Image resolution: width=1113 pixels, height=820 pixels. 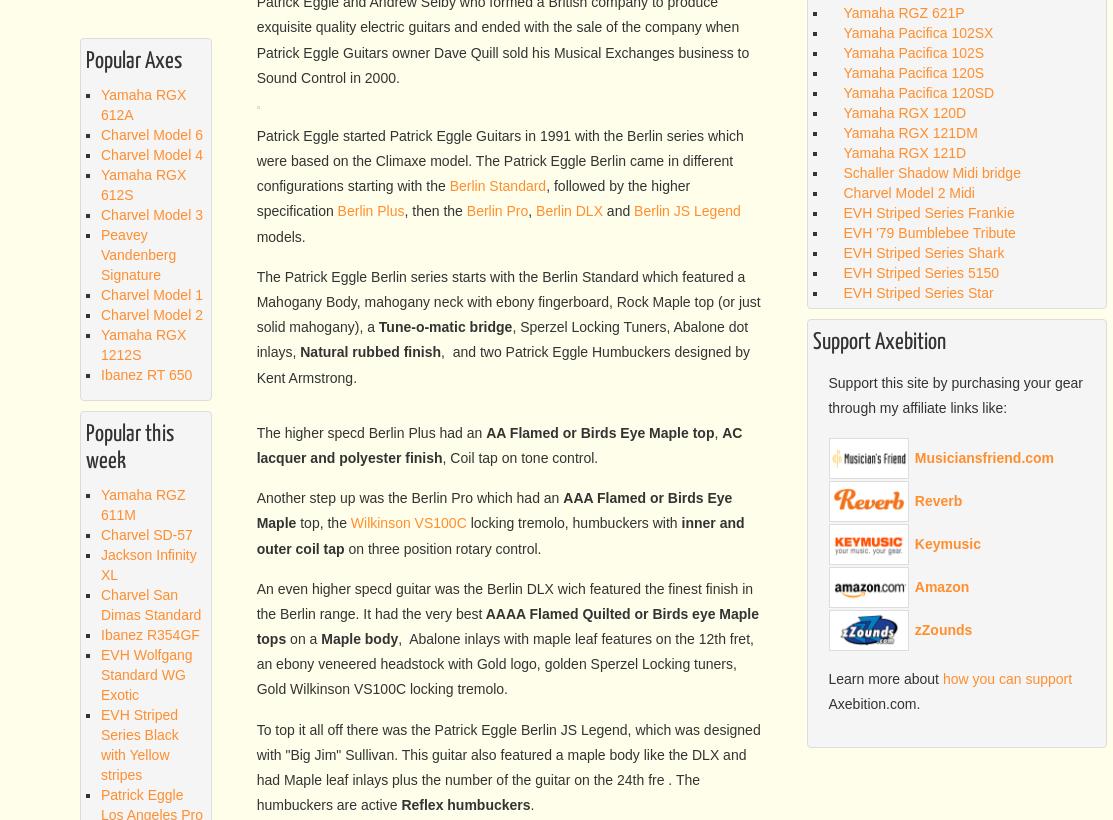 What do you see at coordinates (147, 562) in the screenshot?
I see `'Jackson Infinity XL'` at bounding box center [147, 562].